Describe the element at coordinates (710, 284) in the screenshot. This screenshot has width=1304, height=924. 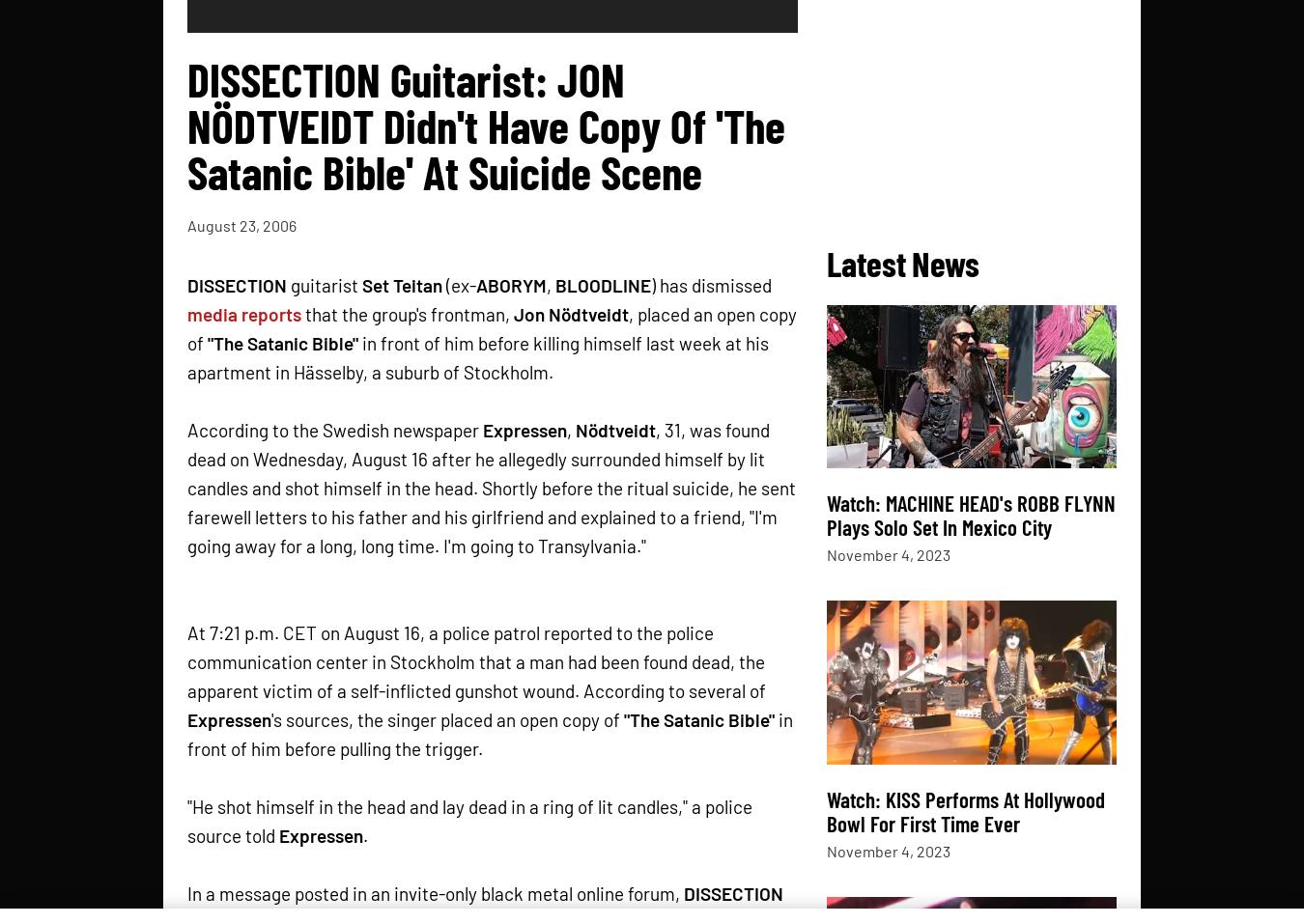
I see `') has dismissed'` at that location.